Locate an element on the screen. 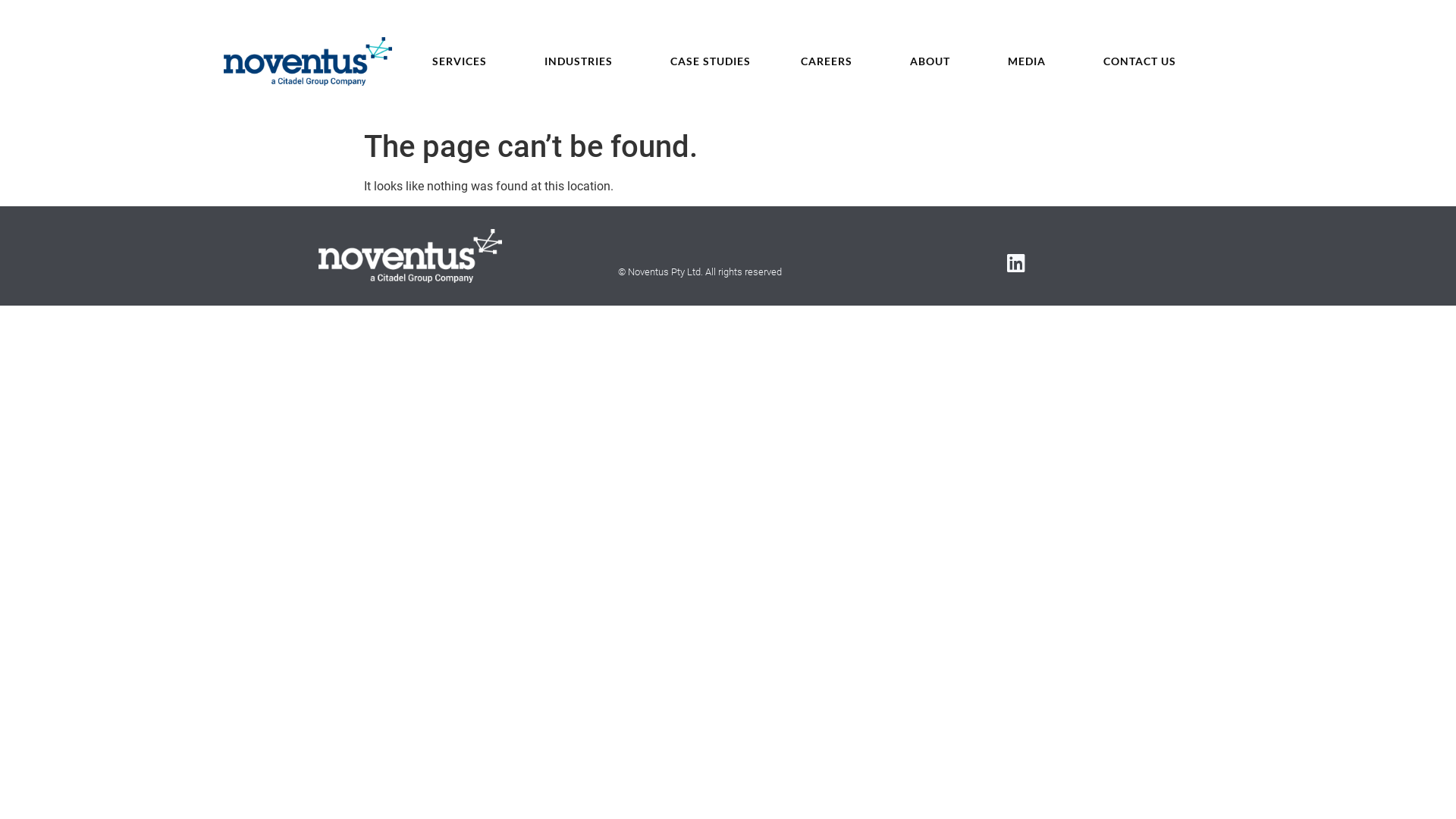 This screenshot has width=1456, height=819. 'SERVICES' is located at coordinates (462, 61).